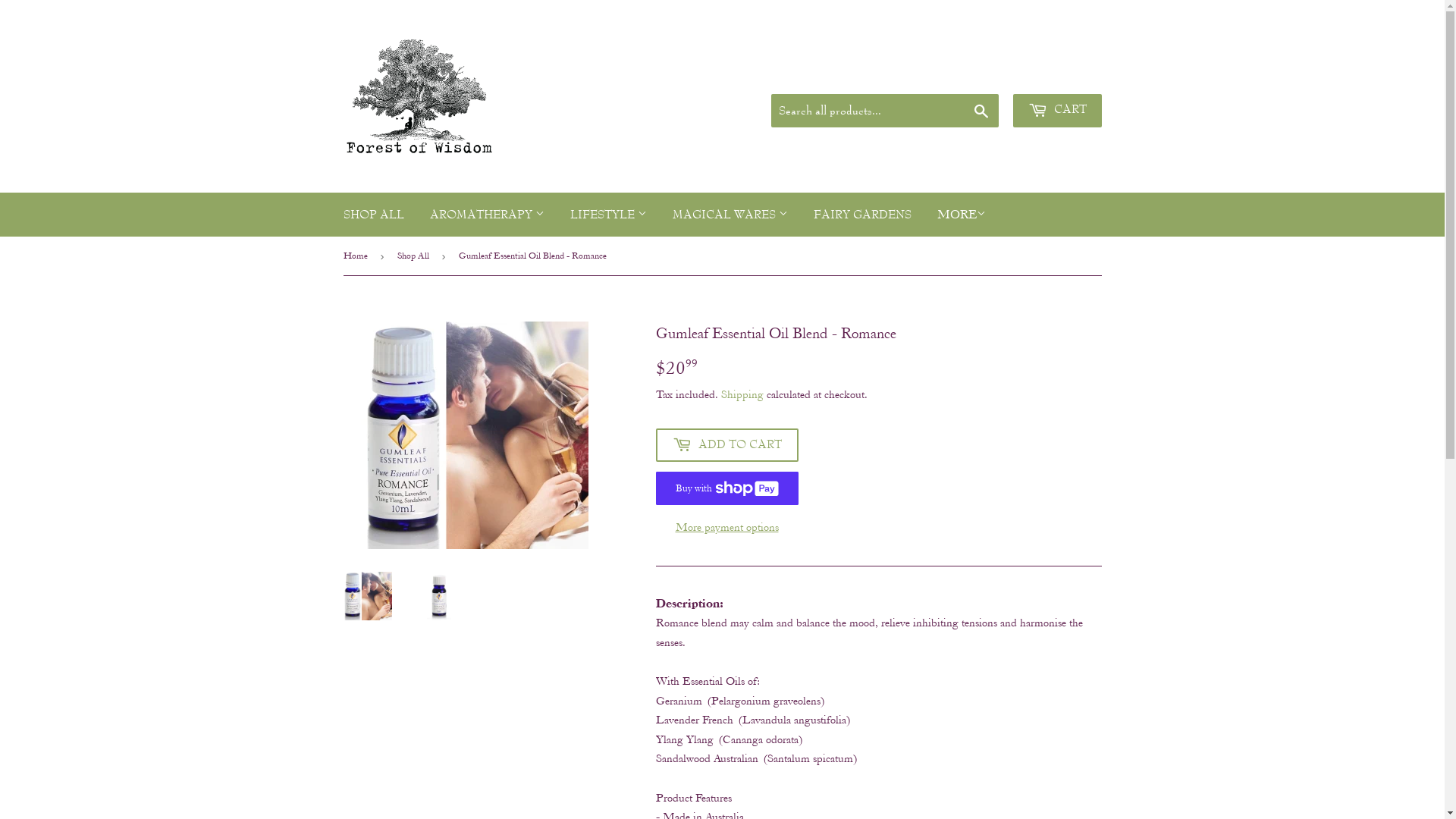  What do you see at coordinates (374, 215) in the screenshot?
I see `'SHOP ALL'` at bounding box center [374, 215].